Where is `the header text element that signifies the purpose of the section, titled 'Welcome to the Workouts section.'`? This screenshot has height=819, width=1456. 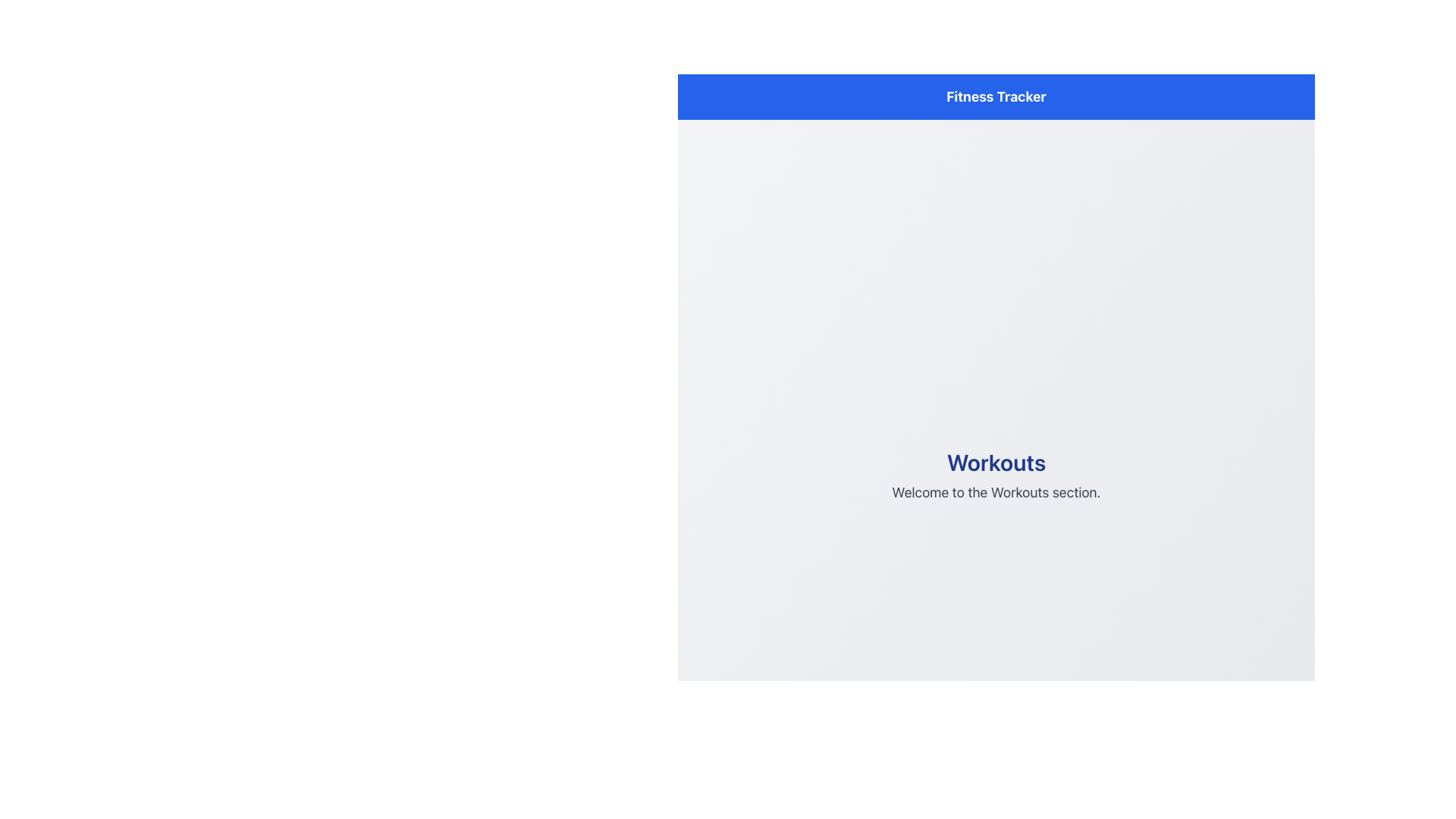
the header text element that signifies the purpose of the section, titled 'Welcome to the Workouts section.' is located at coordinates (996, 461).